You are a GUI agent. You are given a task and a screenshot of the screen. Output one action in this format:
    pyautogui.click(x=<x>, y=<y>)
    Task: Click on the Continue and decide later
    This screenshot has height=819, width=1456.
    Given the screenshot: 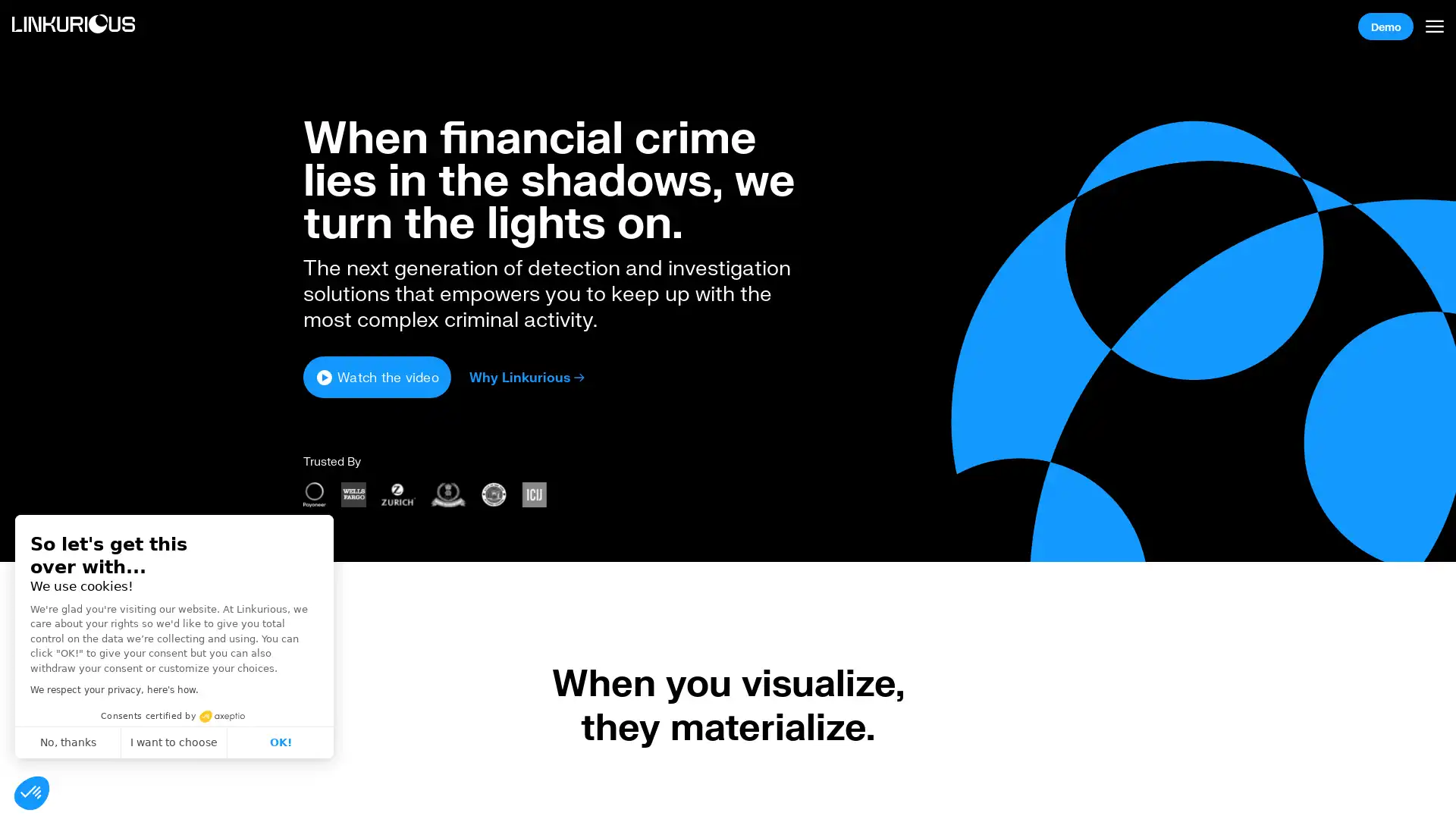 What is the action you would take?
    pyautogui.click(x=32, y=792)
    